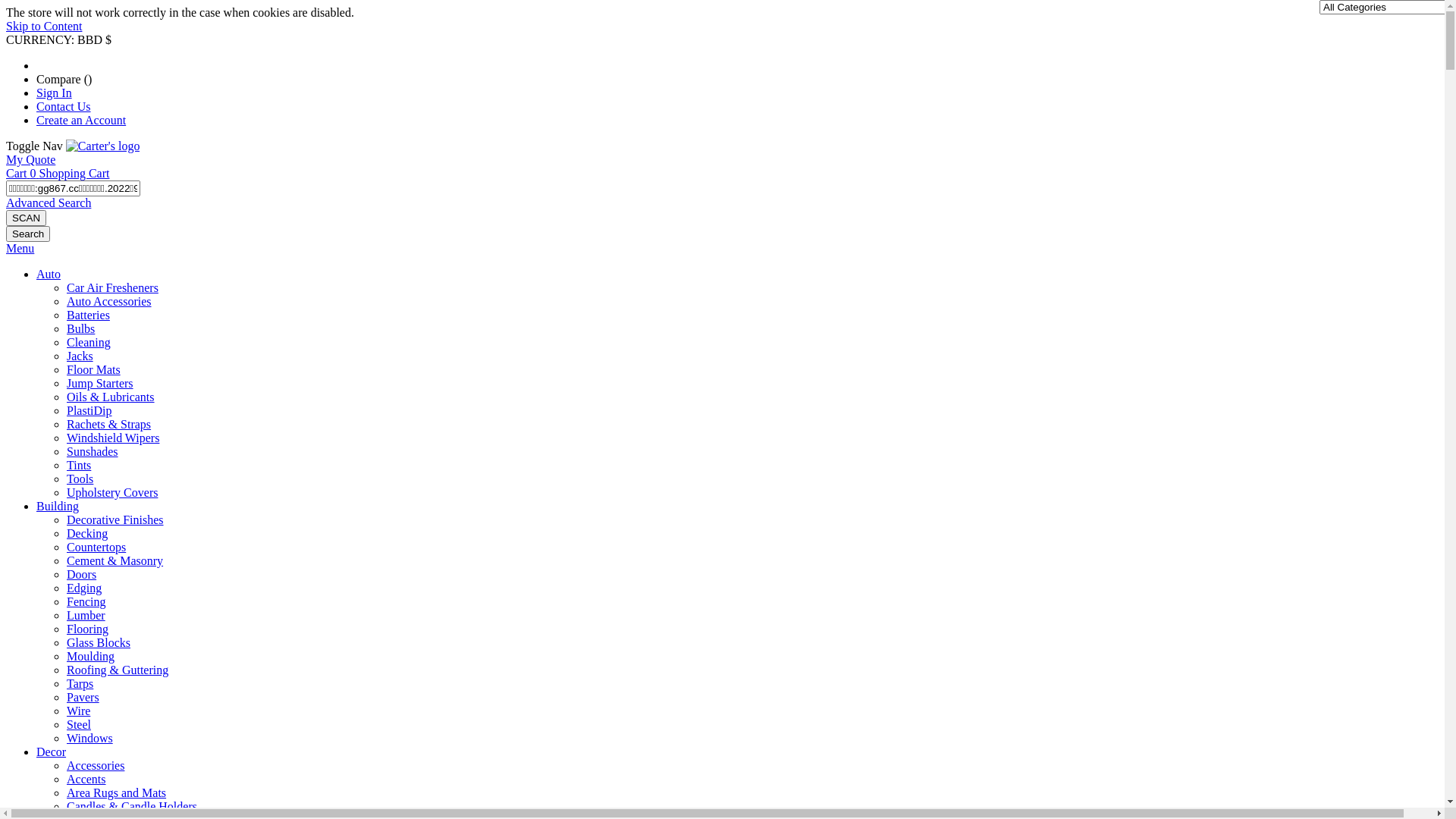  I want to click on 'Cart 0', so click(22, 172).